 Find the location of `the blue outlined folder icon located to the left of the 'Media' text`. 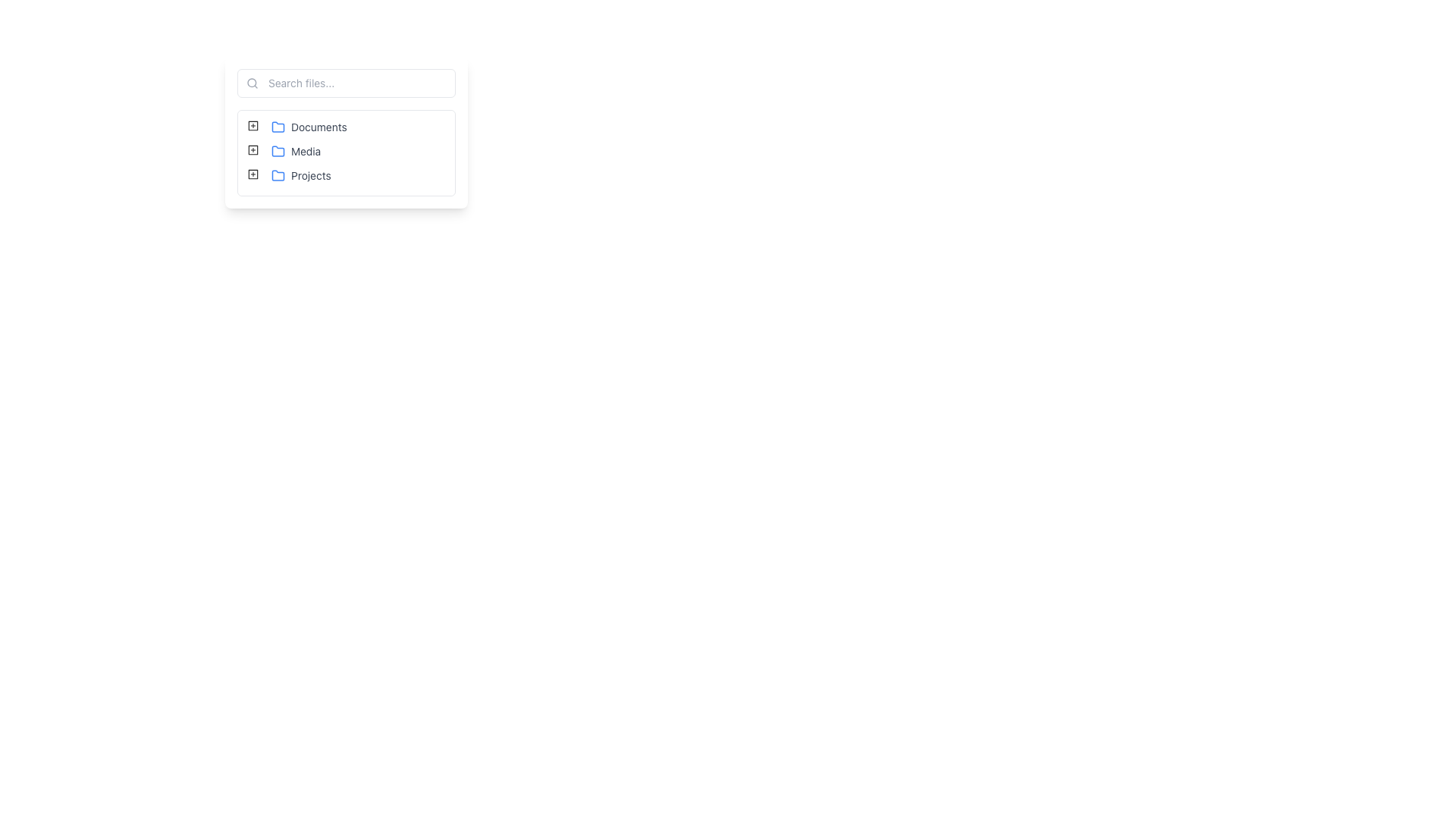

the blue outlined folder icon located to the left of the 'Media' text is located at coordinates (278, 152).